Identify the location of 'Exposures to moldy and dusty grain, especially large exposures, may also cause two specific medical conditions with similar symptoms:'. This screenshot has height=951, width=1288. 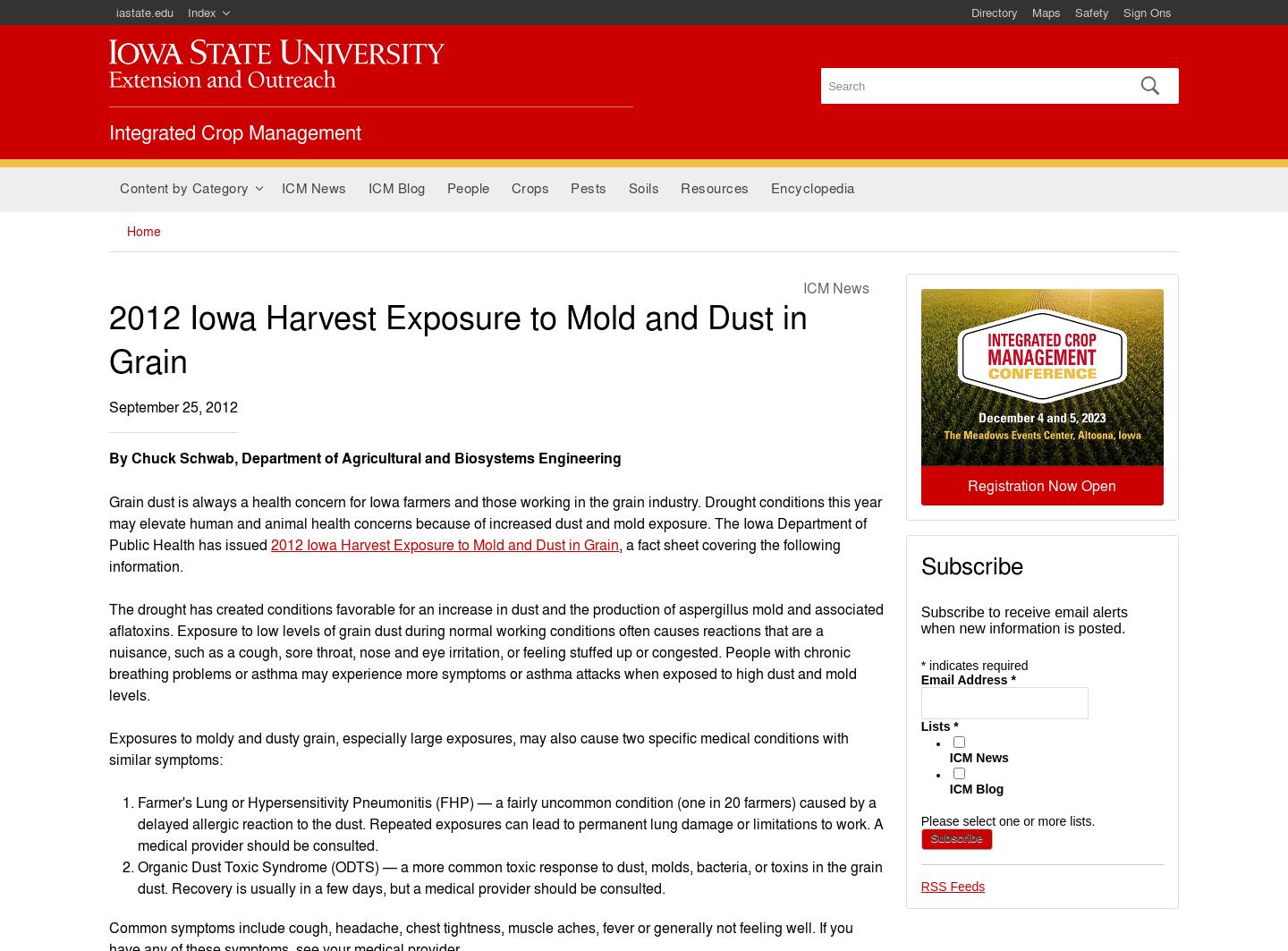
(478, 748).